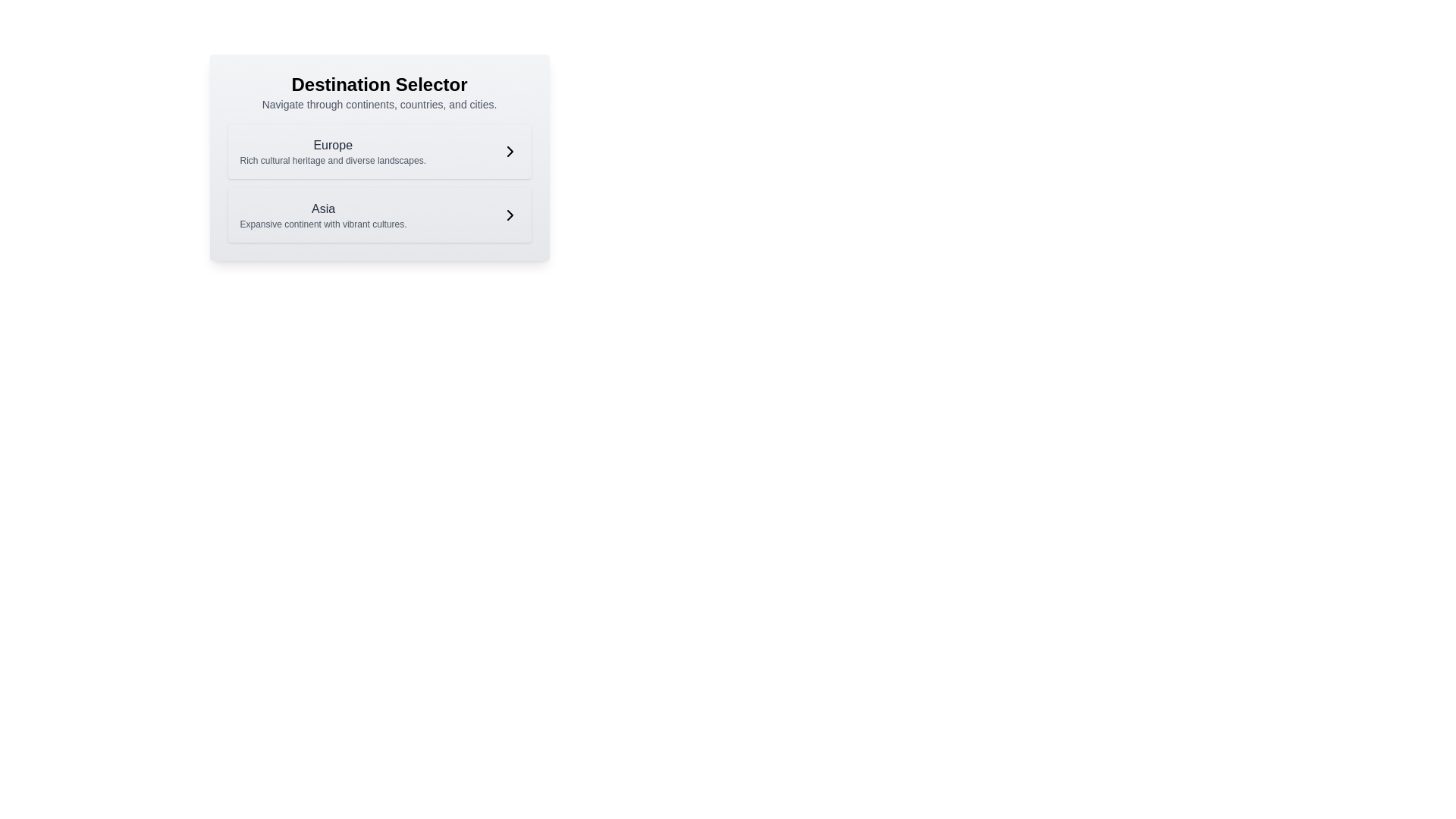 This screenshot has height=819, width=1456. Describe the element at coordinates (379, 93) in the screenshot. I see `the text block with heading and subheading that serves as the informational header for the card layout, positioned at the top of the card with a gradient background` at that location.